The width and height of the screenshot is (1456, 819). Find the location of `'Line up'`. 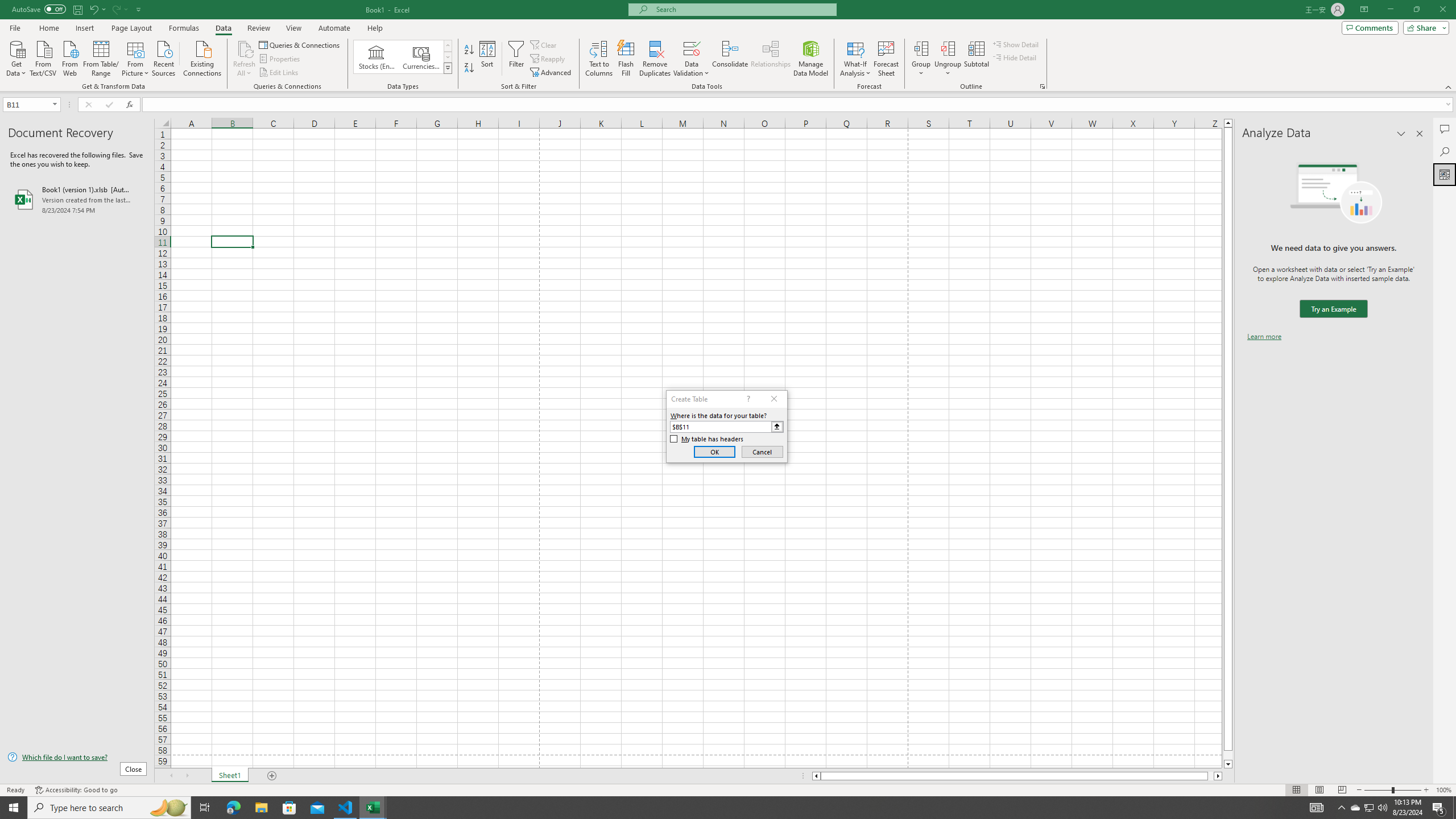

'Line up' is located at coordinates (1228, 122).